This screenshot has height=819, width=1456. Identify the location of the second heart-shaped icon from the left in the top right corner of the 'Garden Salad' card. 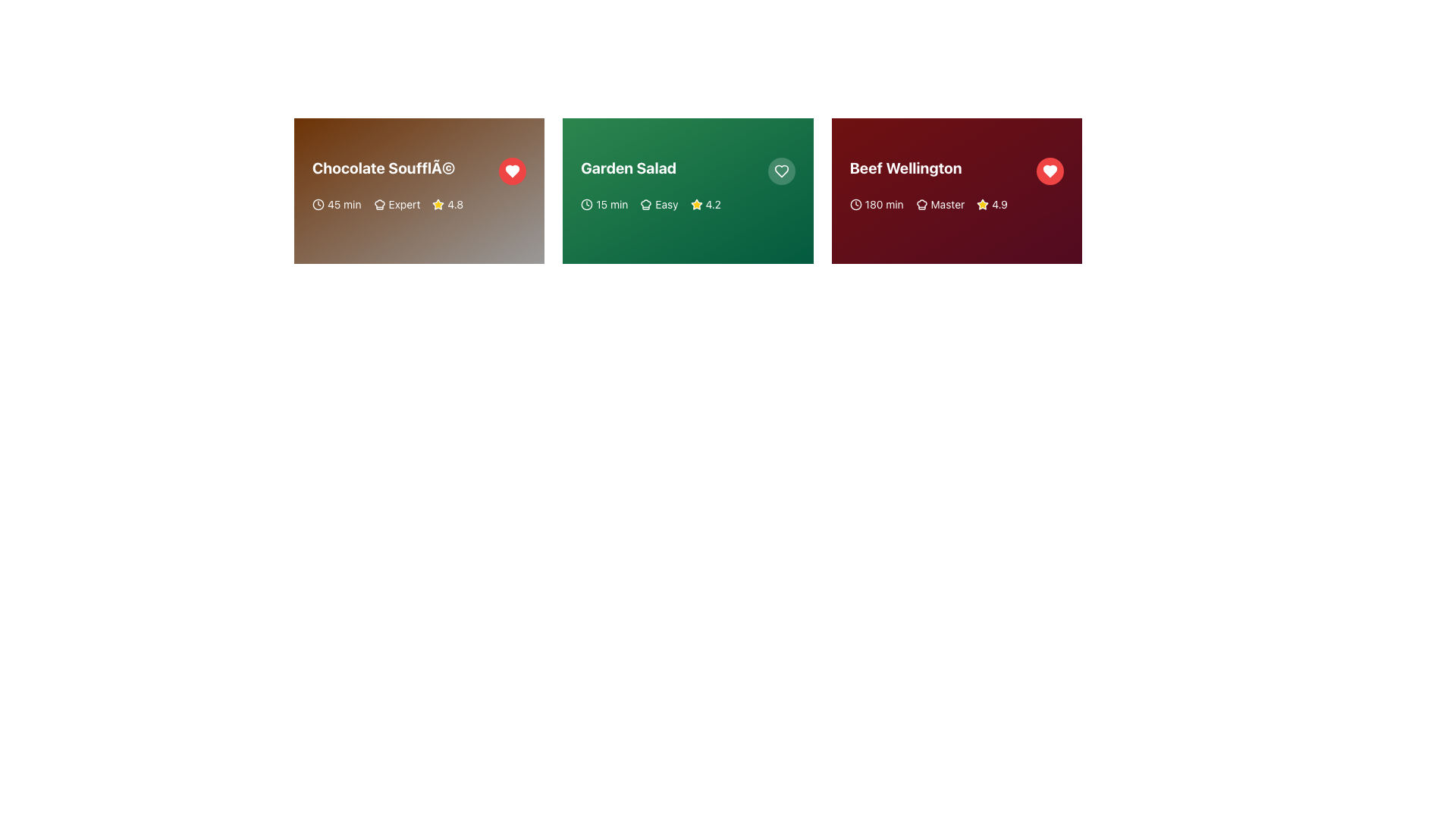
(781, 171).